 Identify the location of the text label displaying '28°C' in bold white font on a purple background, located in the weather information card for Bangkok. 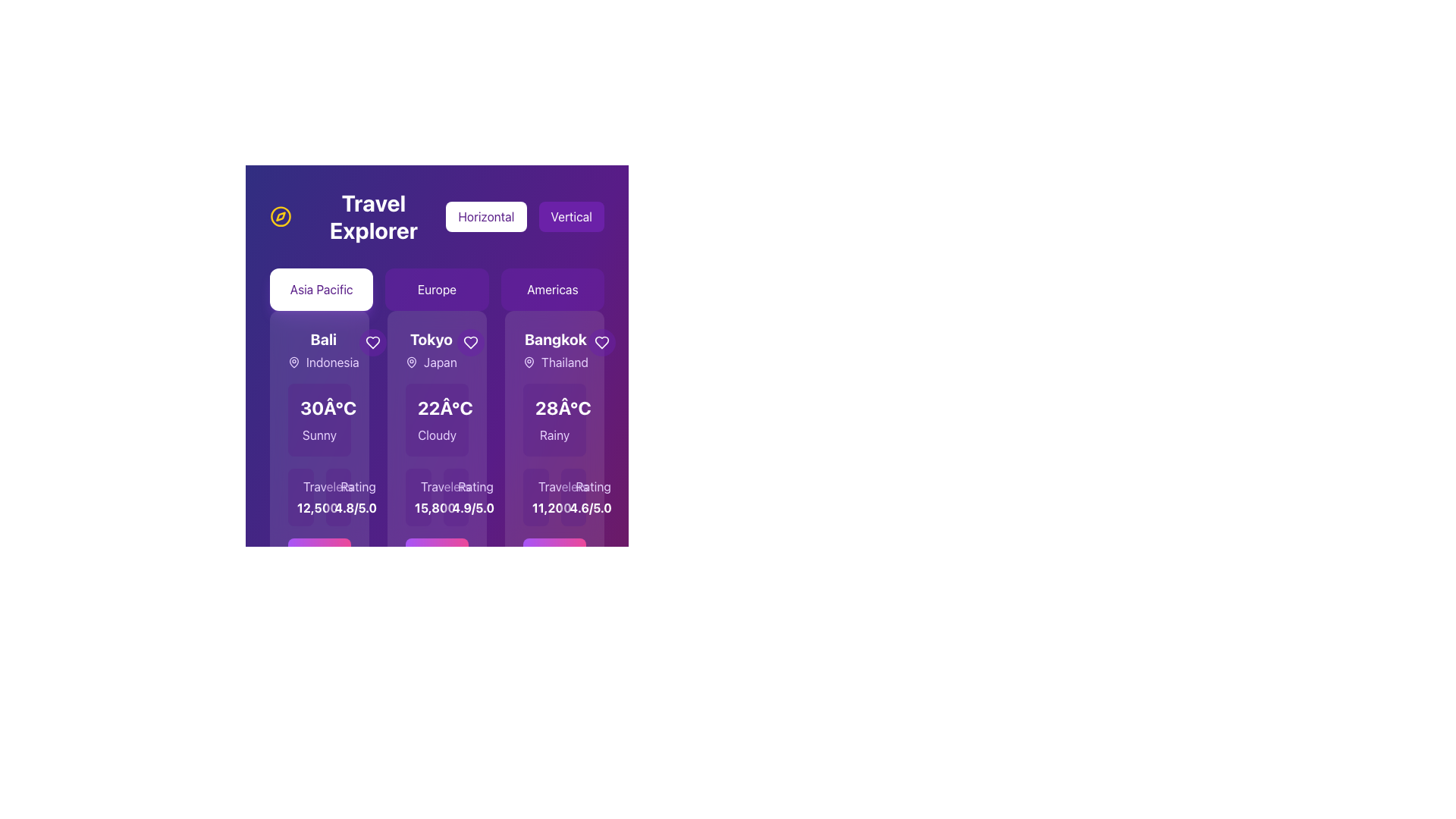
(554, 406).